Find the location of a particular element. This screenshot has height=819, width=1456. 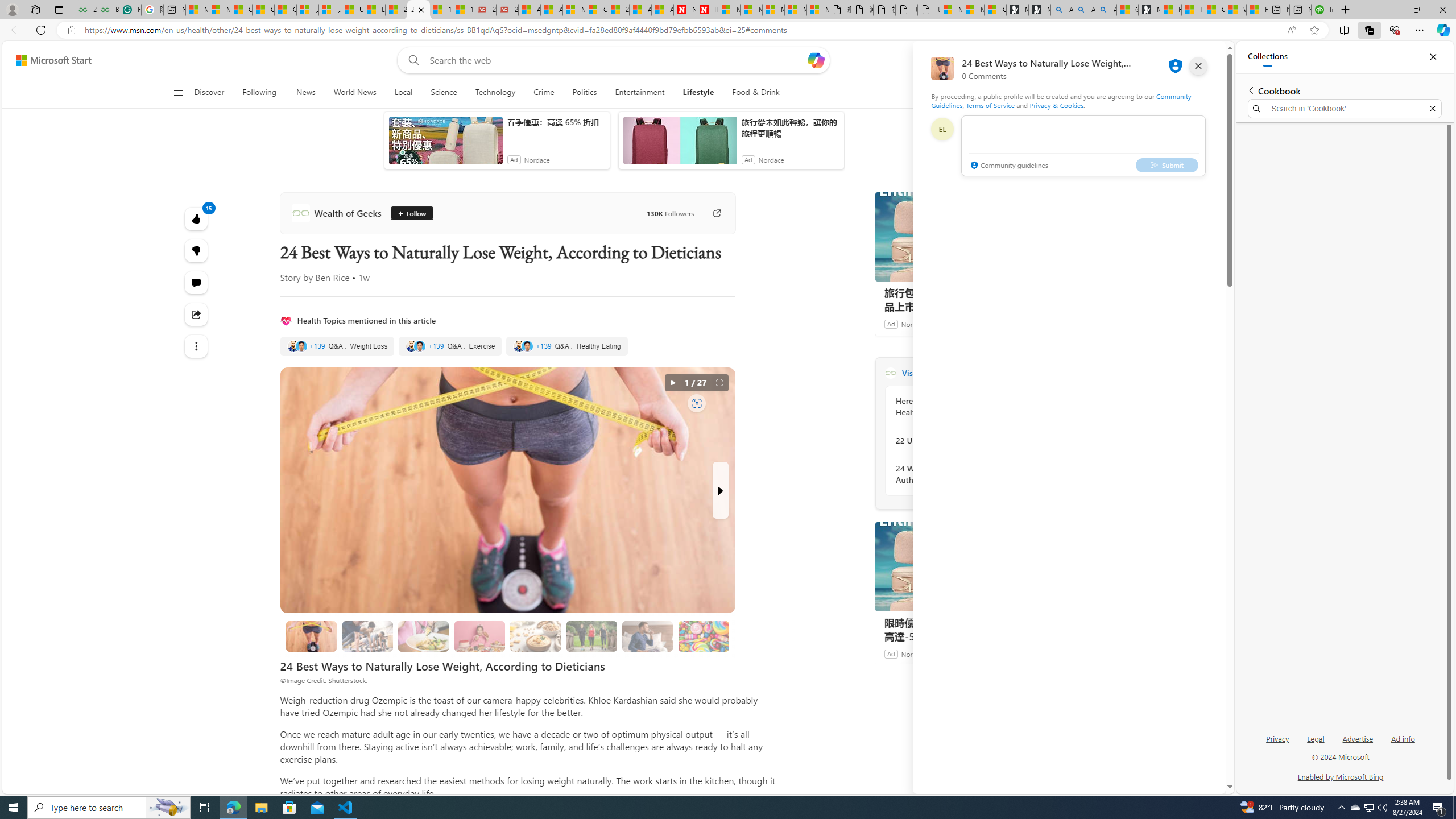

'2. Reduce Your Plate Size' is located at coordinates (423, 636).